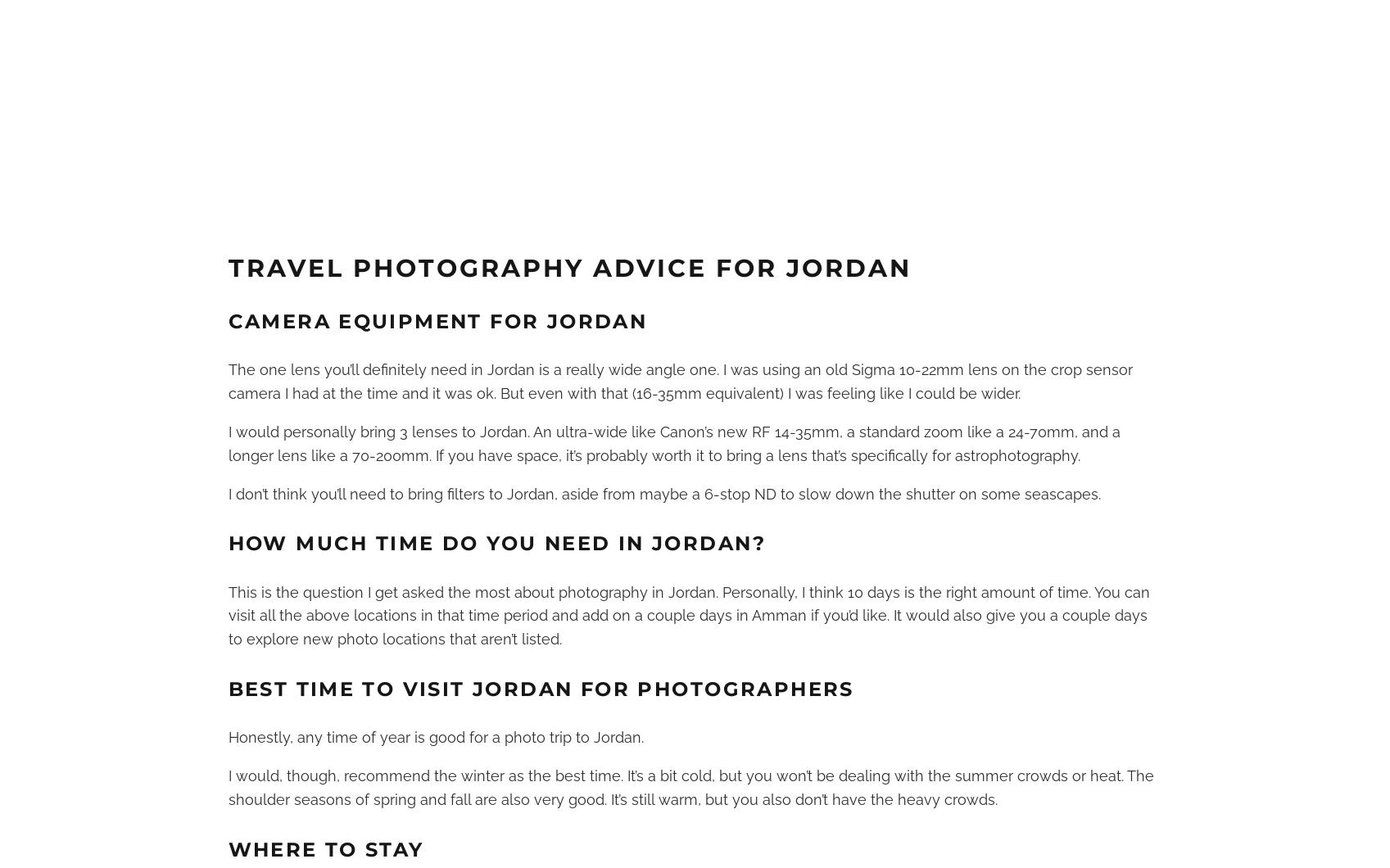 This screenshot has height=868, width=1390. What do you see at coordinates (568, 268) in the screenshot?
I see `'Travel Photography Advice for Jordan'` at bounding box center [568, 268].